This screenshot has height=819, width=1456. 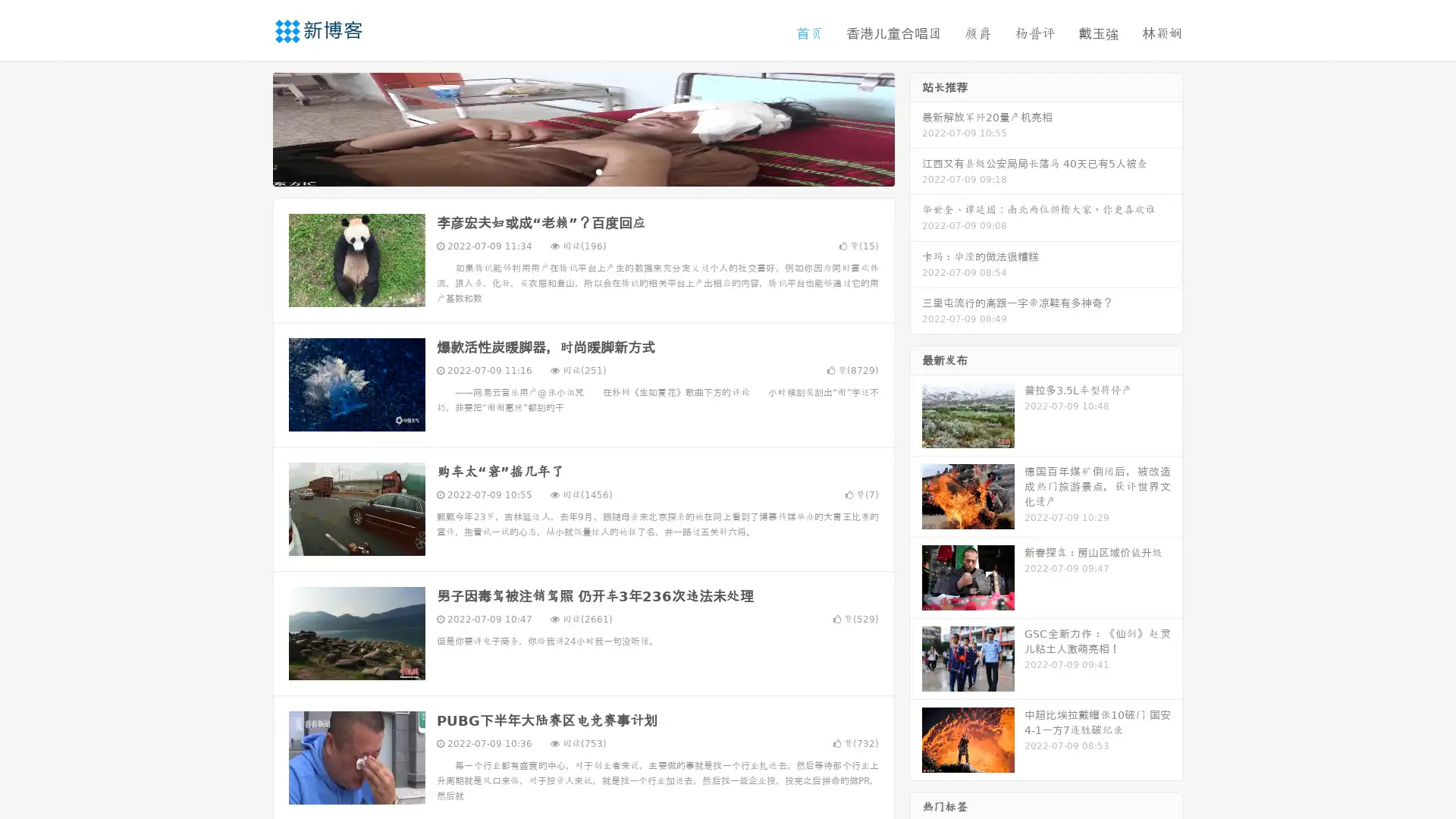 I want to click on Go to slide 1, so click(x=567, y=171).